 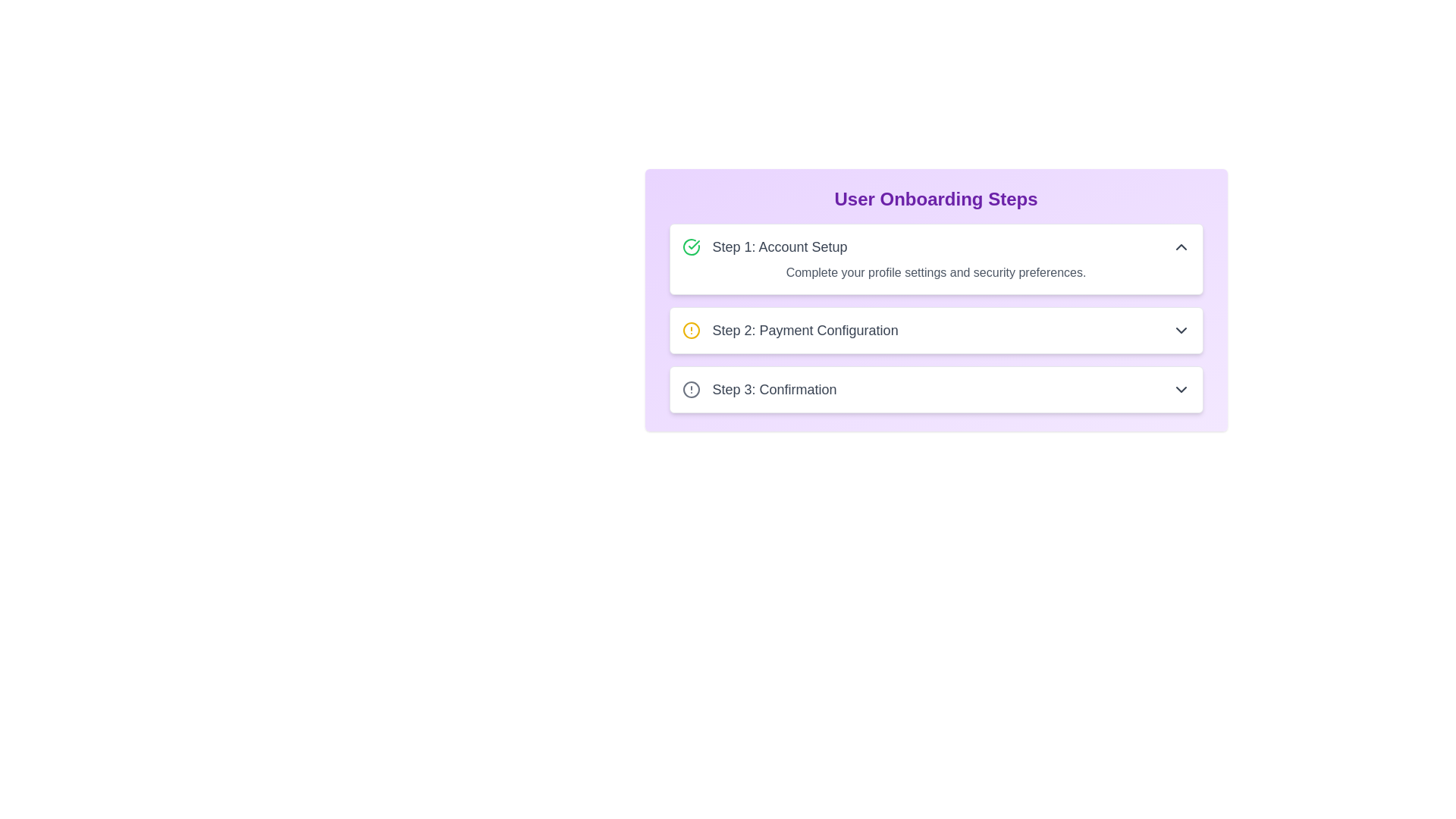 I want to click on the 'Payment Configuration' step in the onboarding process, which is the second item in the vertical list located centrally on a purple background, so click(x=789, y=329).